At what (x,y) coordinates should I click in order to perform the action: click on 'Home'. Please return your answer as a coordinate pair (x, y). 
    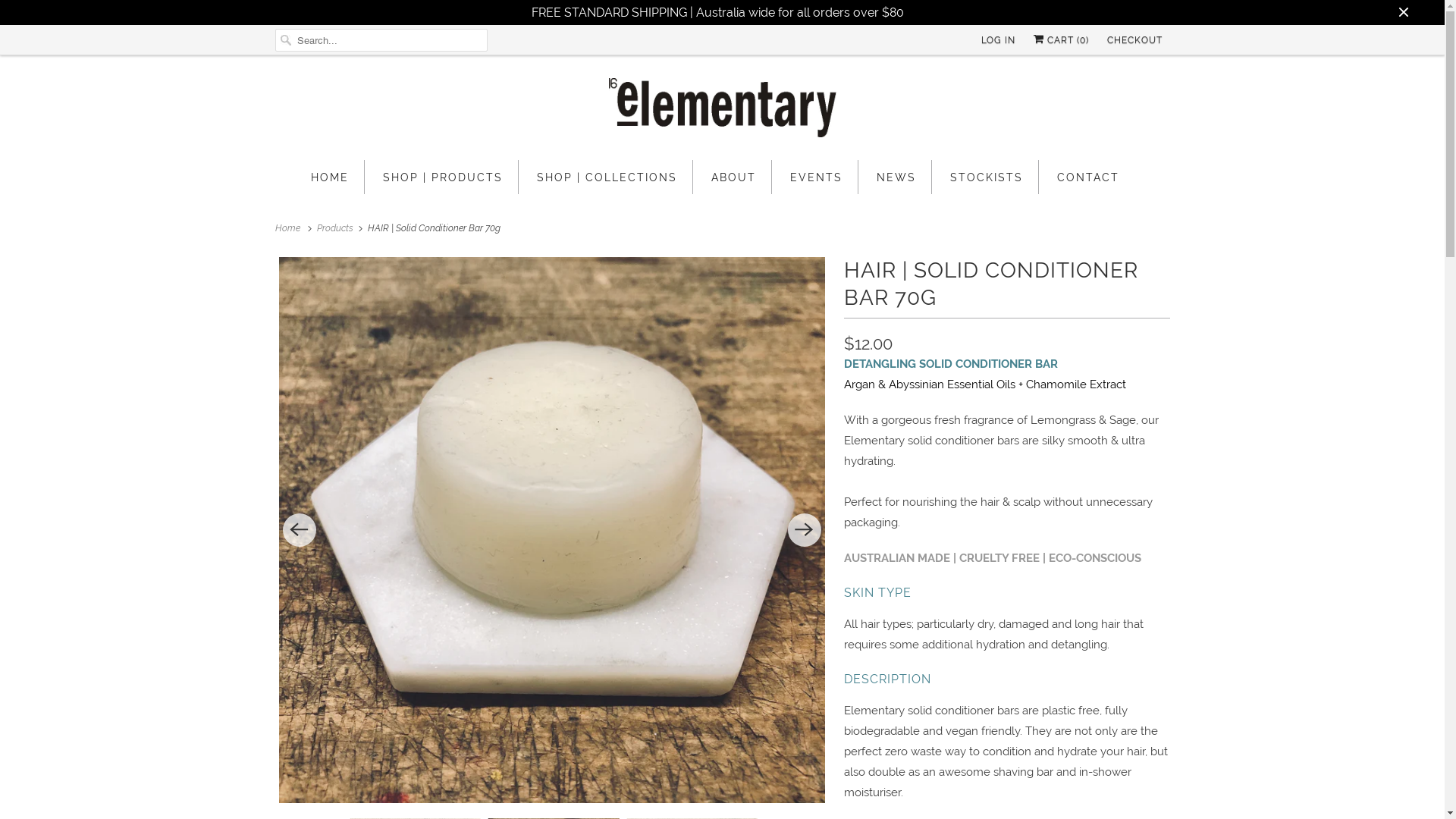
    Looking at the image, I should click on (289, 227).